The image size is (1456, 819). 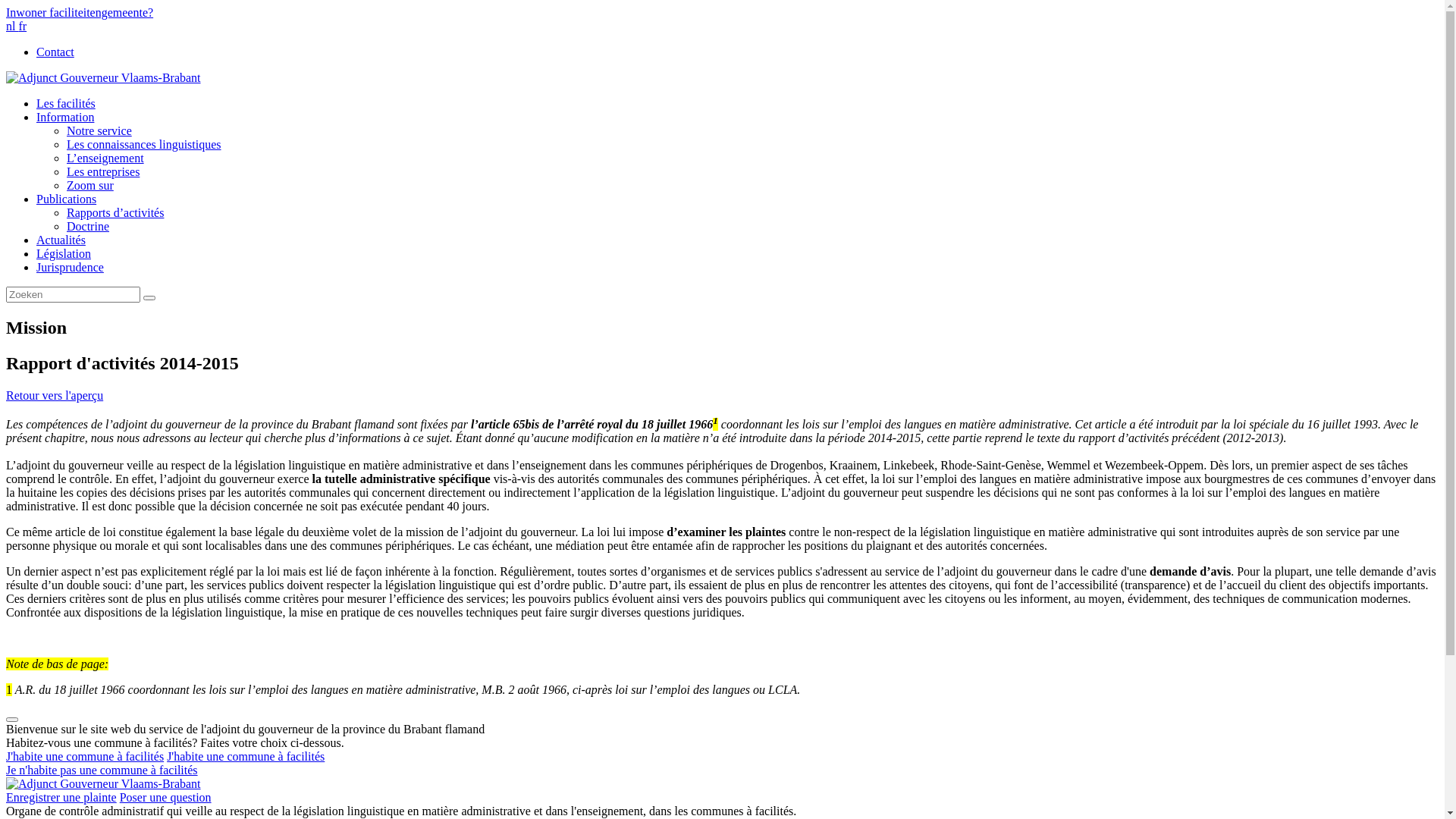 What do you see at coordinates (102, 171) in the screenshot?
I see `'Les entreprises'` at bounding box center [102, 171].